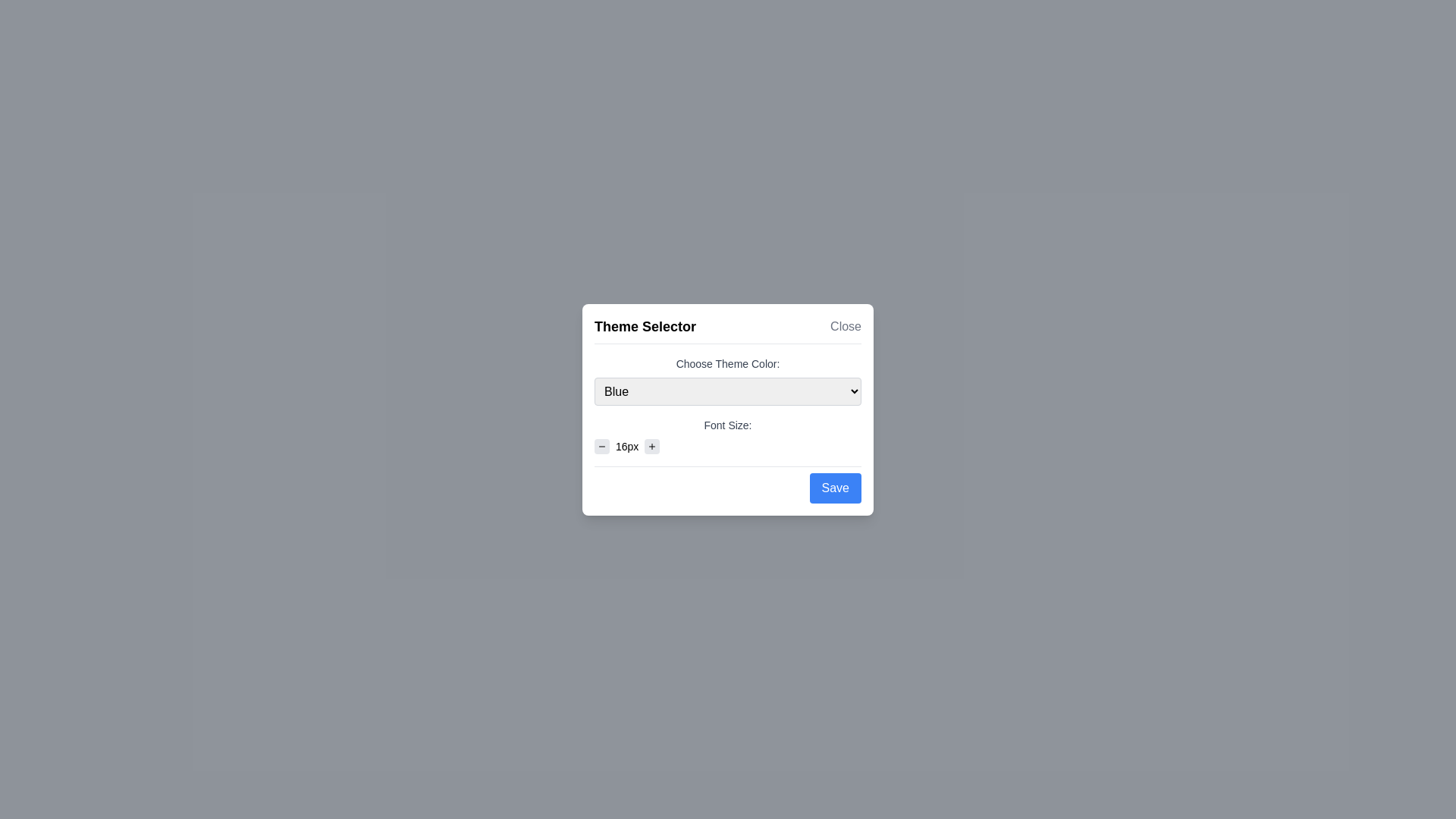 The height and width of the screenshot is (819, 1456). Describe the element at coordinates (845, 325) in the screenshot. I see `the 'Close' button, which is a text-based button with gray text located near the top-right corner of the modal window` at that location.